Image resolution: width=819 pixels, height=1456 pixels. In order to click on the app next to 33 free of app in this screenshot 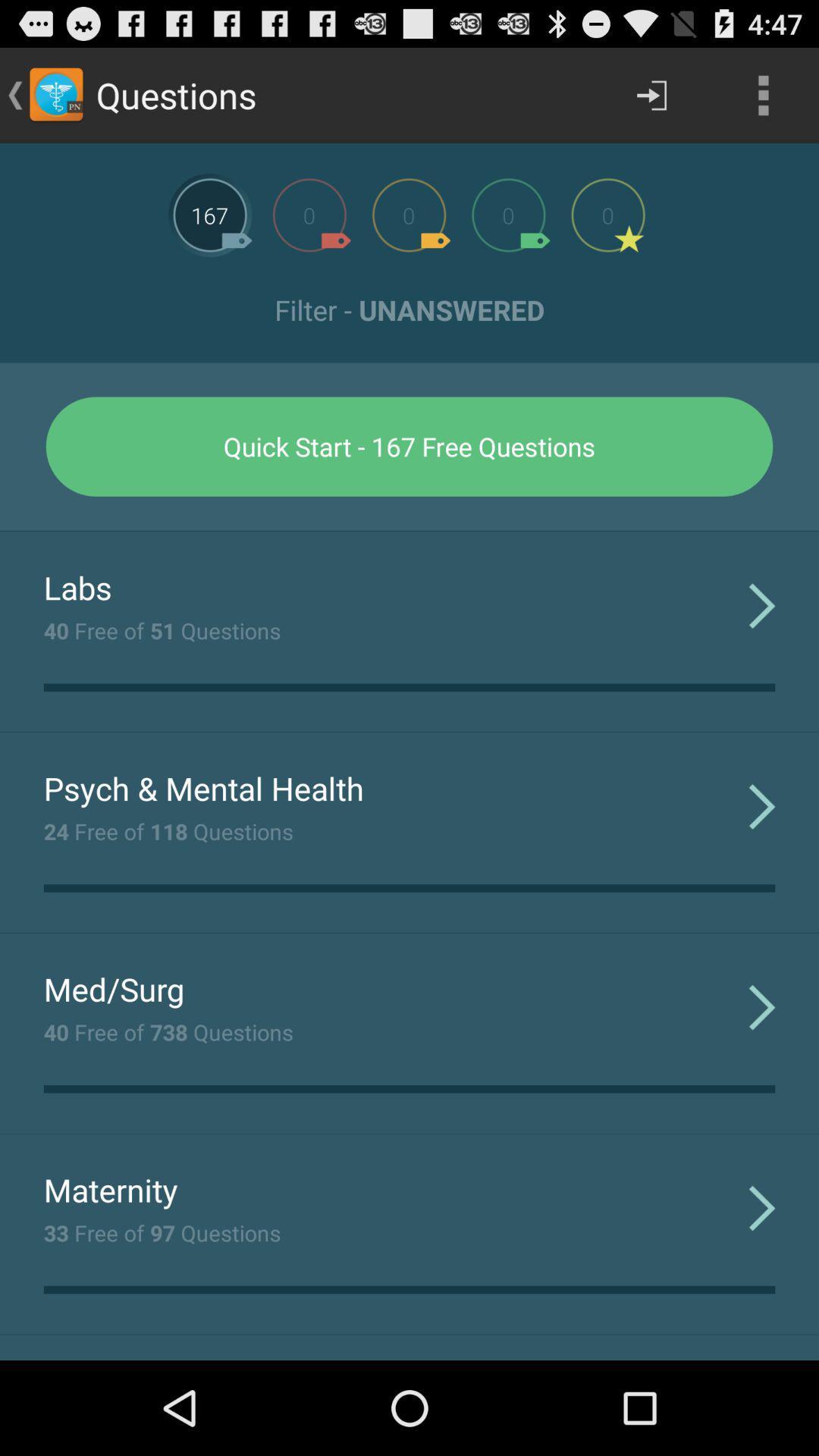, I will do `click(762, 1207)`.